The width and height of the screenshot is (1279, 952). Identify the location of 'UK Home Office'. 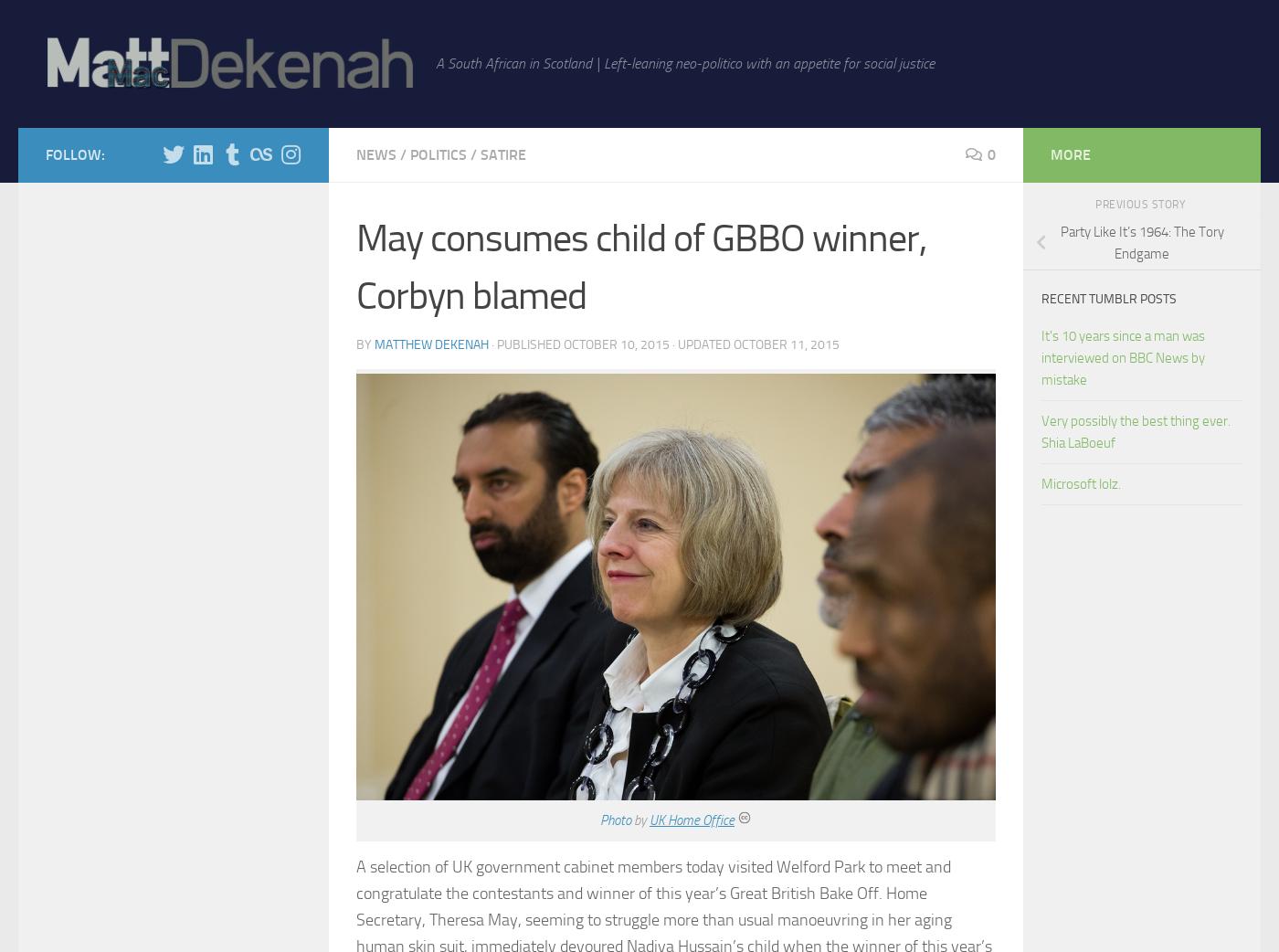
(692, 819).